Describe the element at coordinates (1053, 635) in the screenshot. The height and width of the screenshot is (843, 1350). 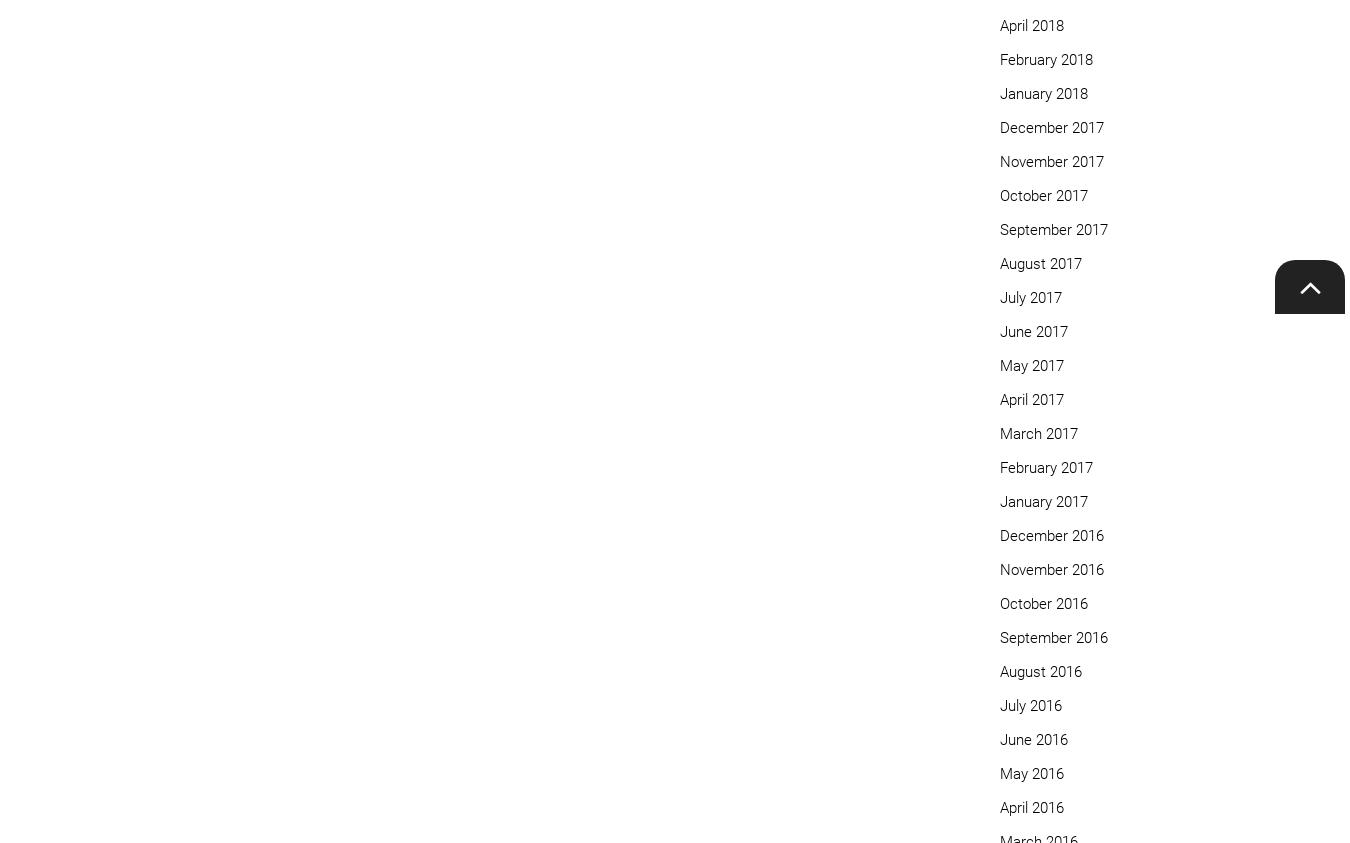
I see `'September 2016'` at that location.